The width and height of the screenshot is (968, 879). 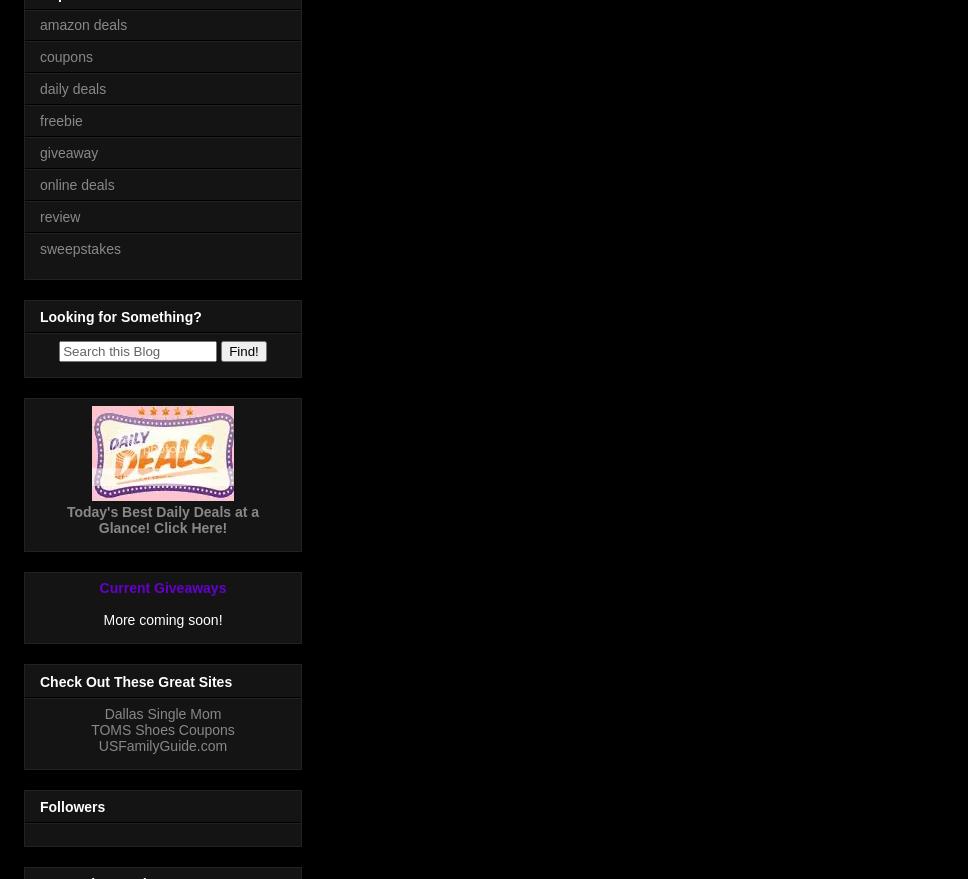 I want to click on 'More coming soon!', so click(x=162, y=619).